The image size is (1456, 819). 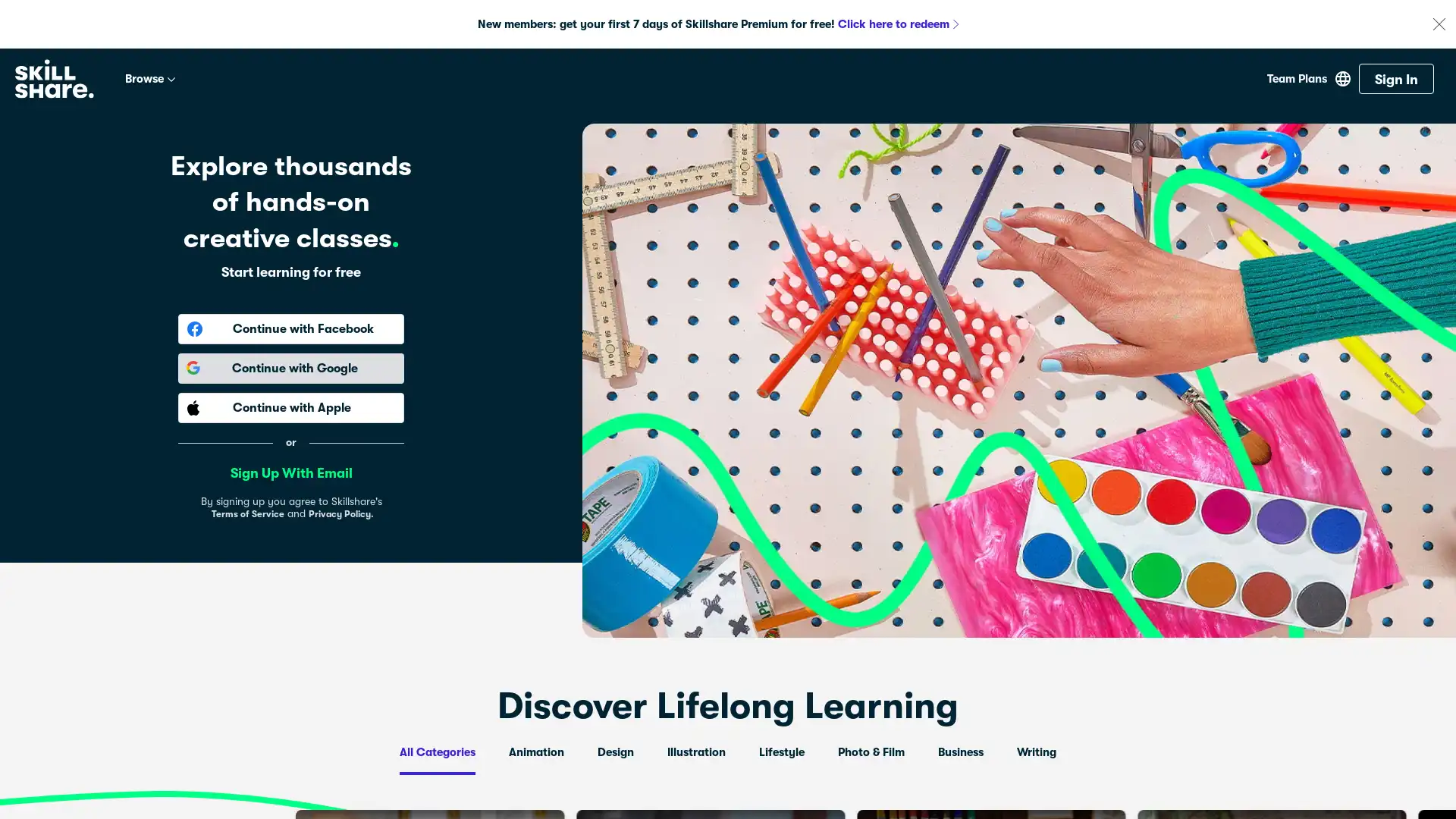 What do you see at coordinates (291, 368) in the screenshot?
I see `Continue with Google` at bounding box center [291, 368].